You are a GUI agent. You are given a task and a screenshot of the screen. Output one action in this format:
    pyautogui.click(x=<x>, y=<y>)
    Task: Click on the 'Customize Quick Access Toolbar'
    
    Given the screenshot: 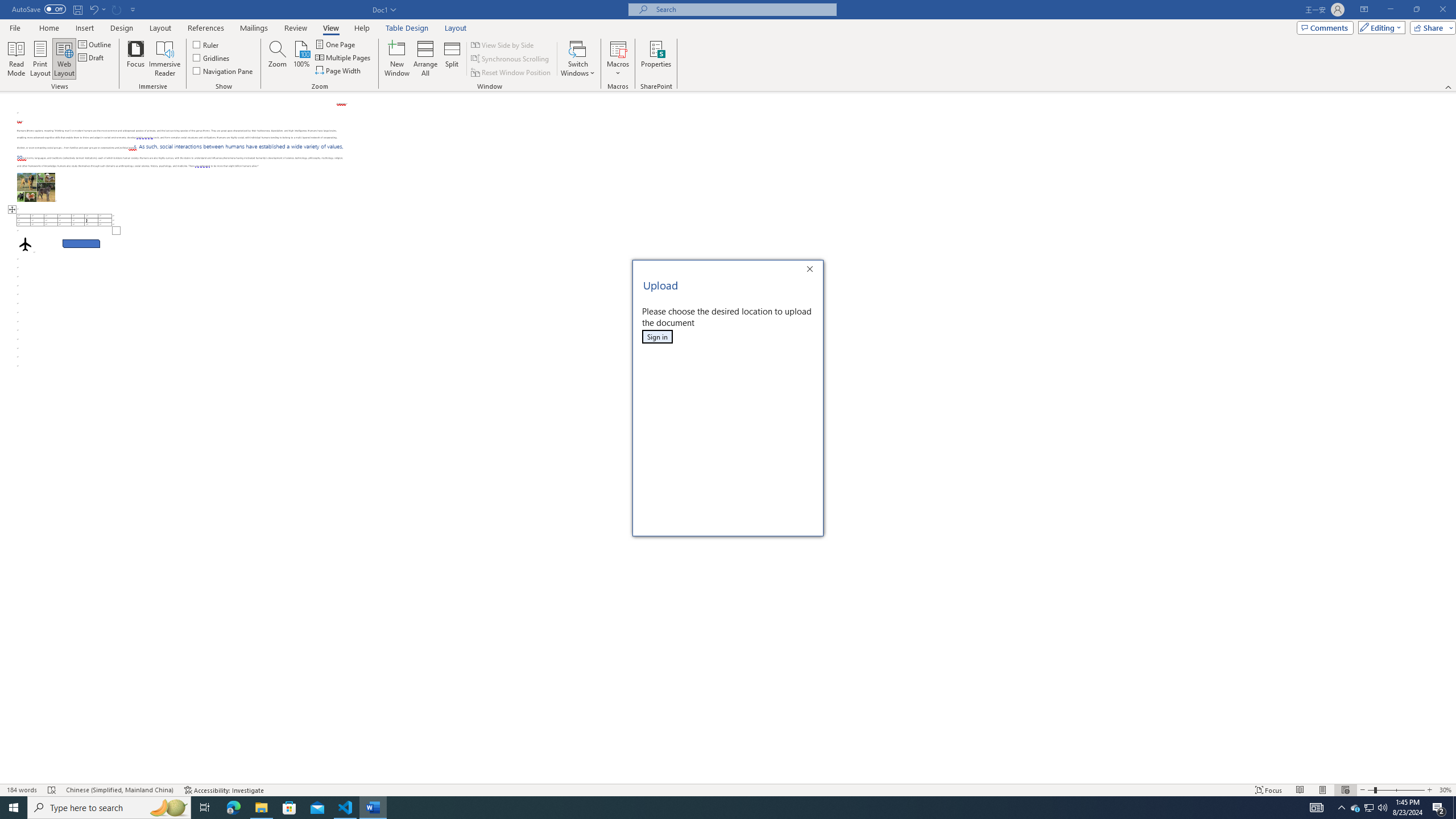 What is the action you would take?
    pyautogui.click(x=133, y=9)
    